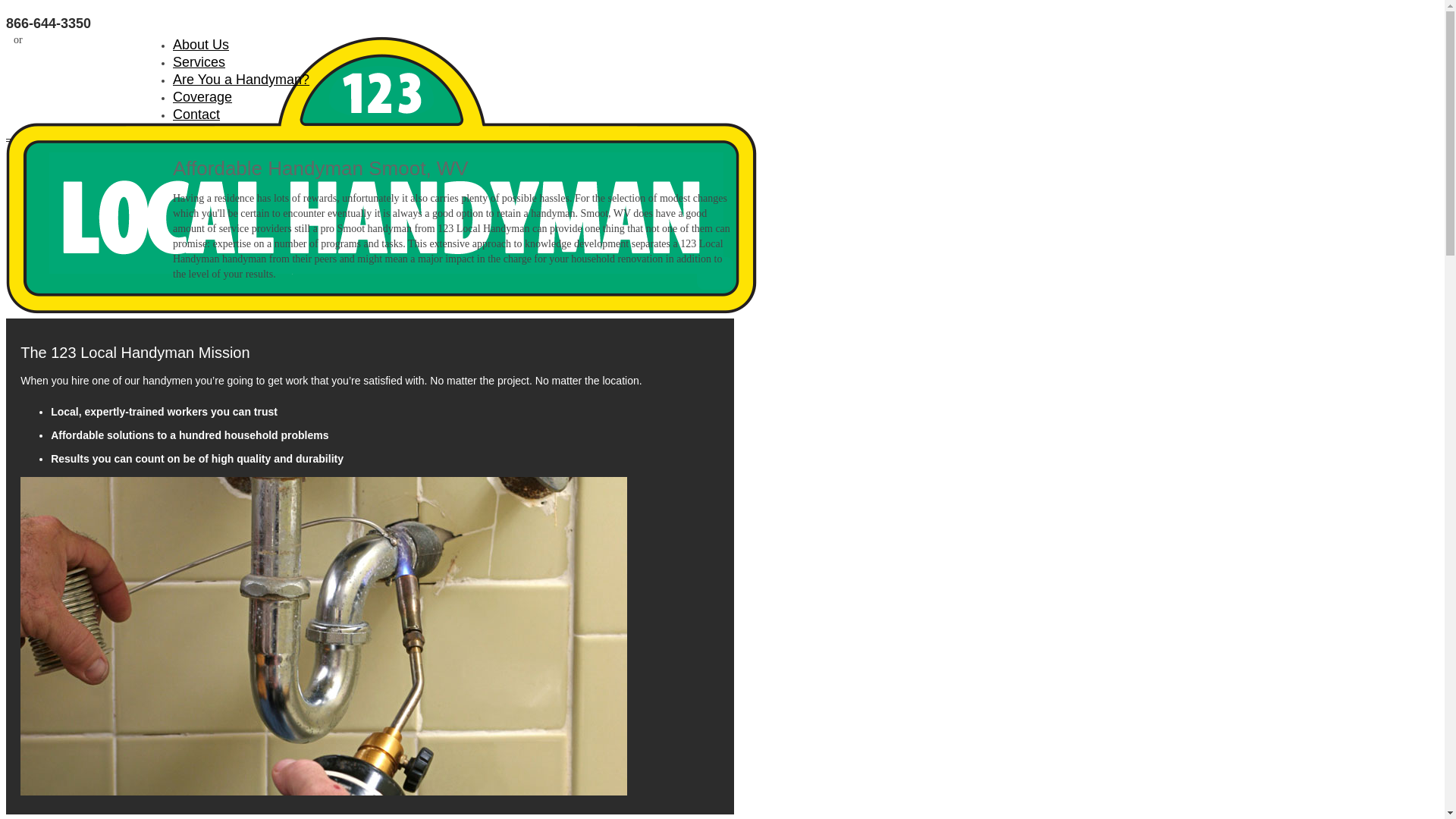  Describe the element at coordinates (240, 79) in the screenshot. I see `'Are You a Handyman?'` at that location.